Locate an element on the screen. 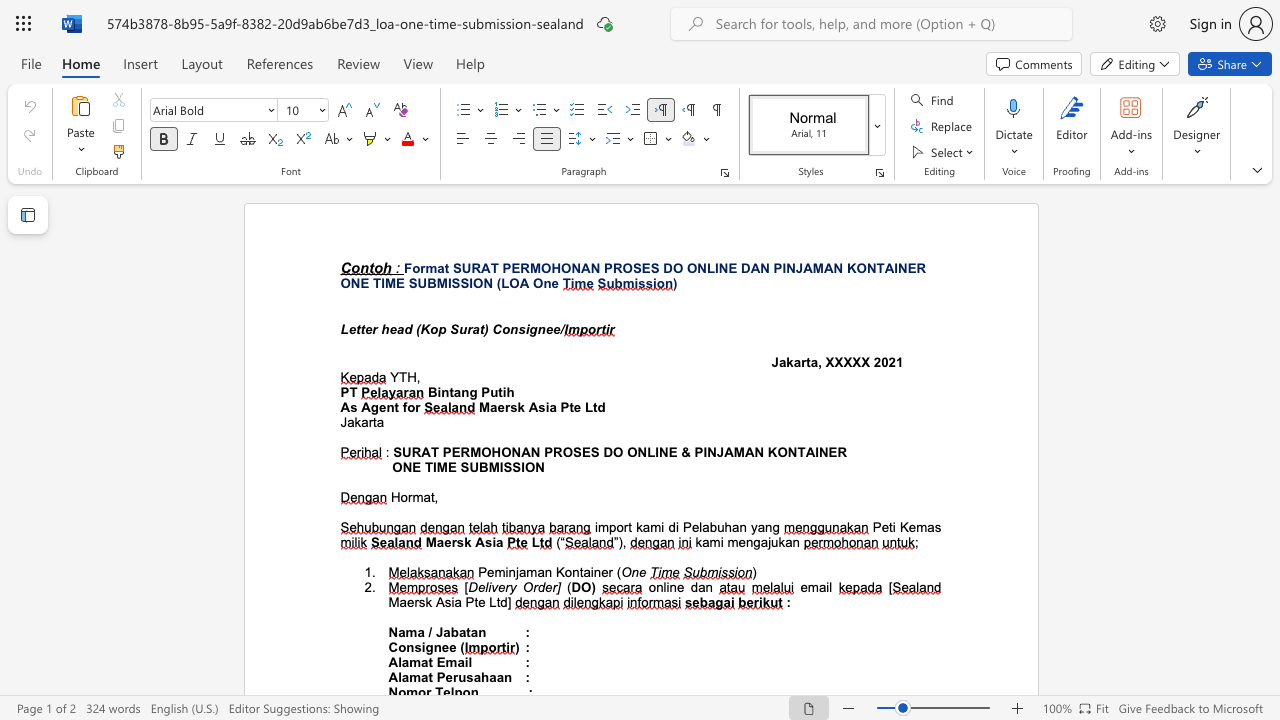 The height and width of the screenshot is (720, 1280). the space between the continuous character "i" and "a" in the text is located at coordinates (497, 542).